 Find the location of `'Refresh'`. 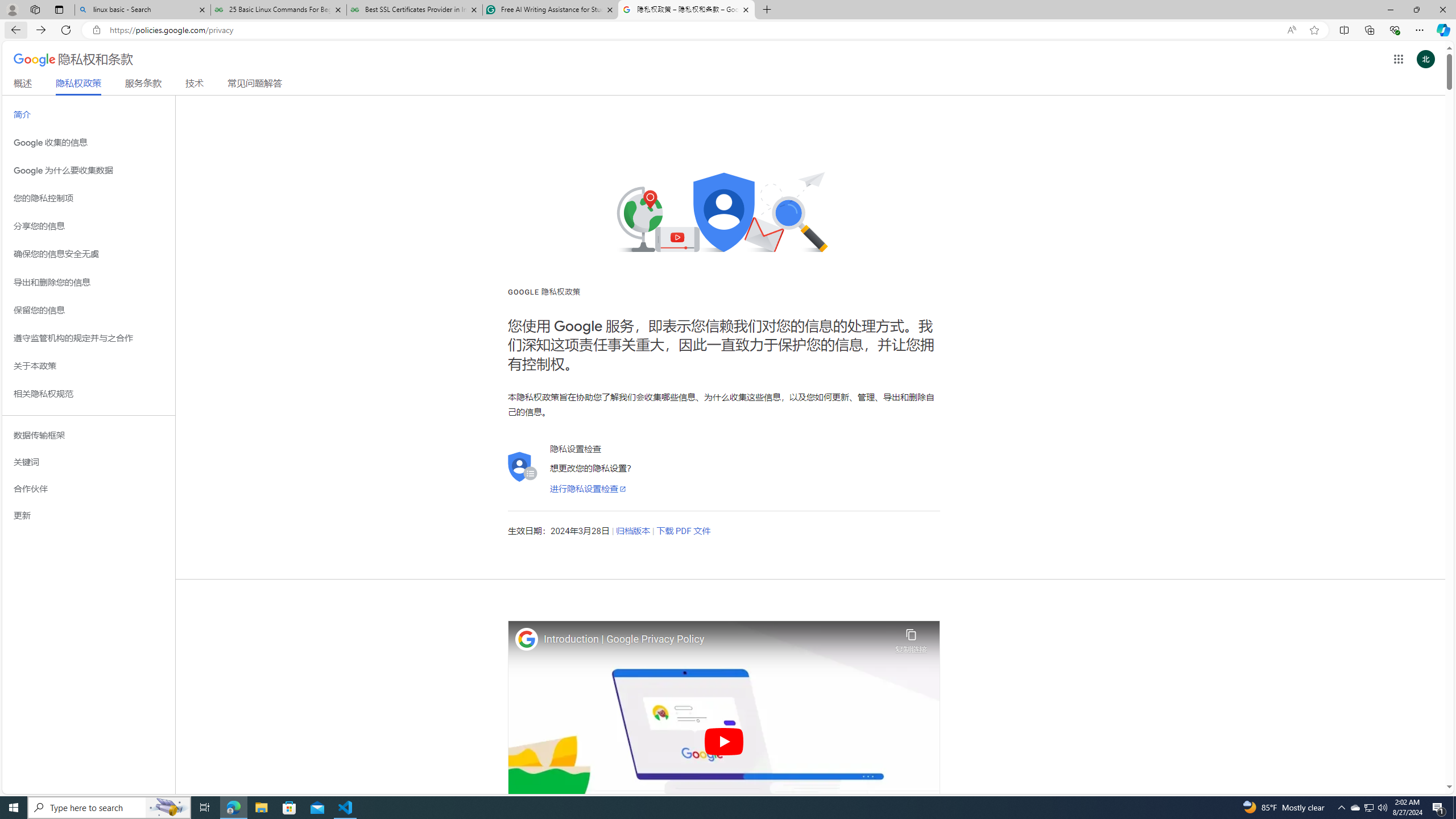

'Refresh' is located at coordinates (65, 29).